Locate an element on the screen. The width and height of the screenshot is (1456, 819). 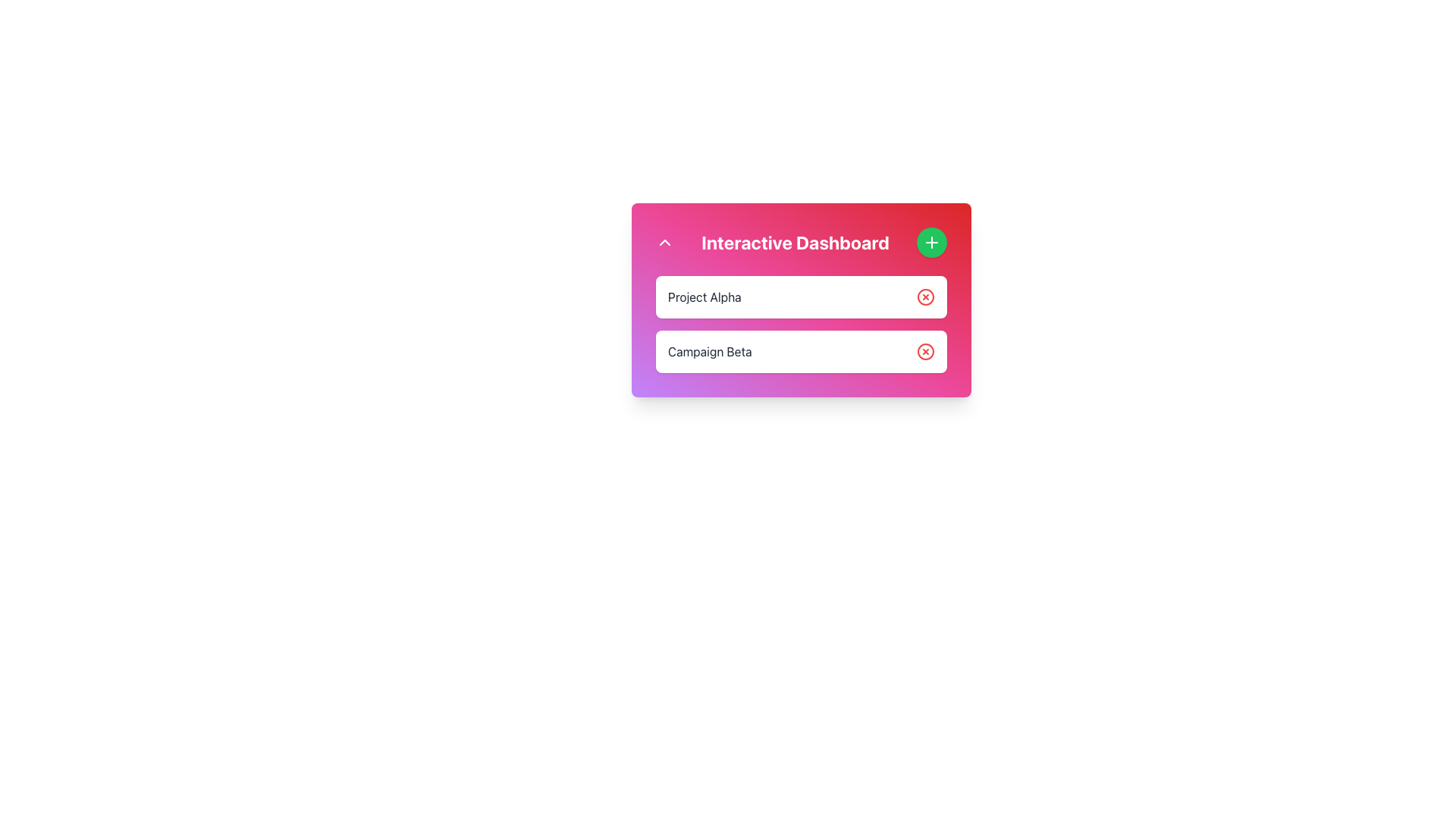
the circular green button with a white plus symbol in the top-right corner of the 'Interactive Dashboard' card to observe a visual change is located at coordinates (930, 242).